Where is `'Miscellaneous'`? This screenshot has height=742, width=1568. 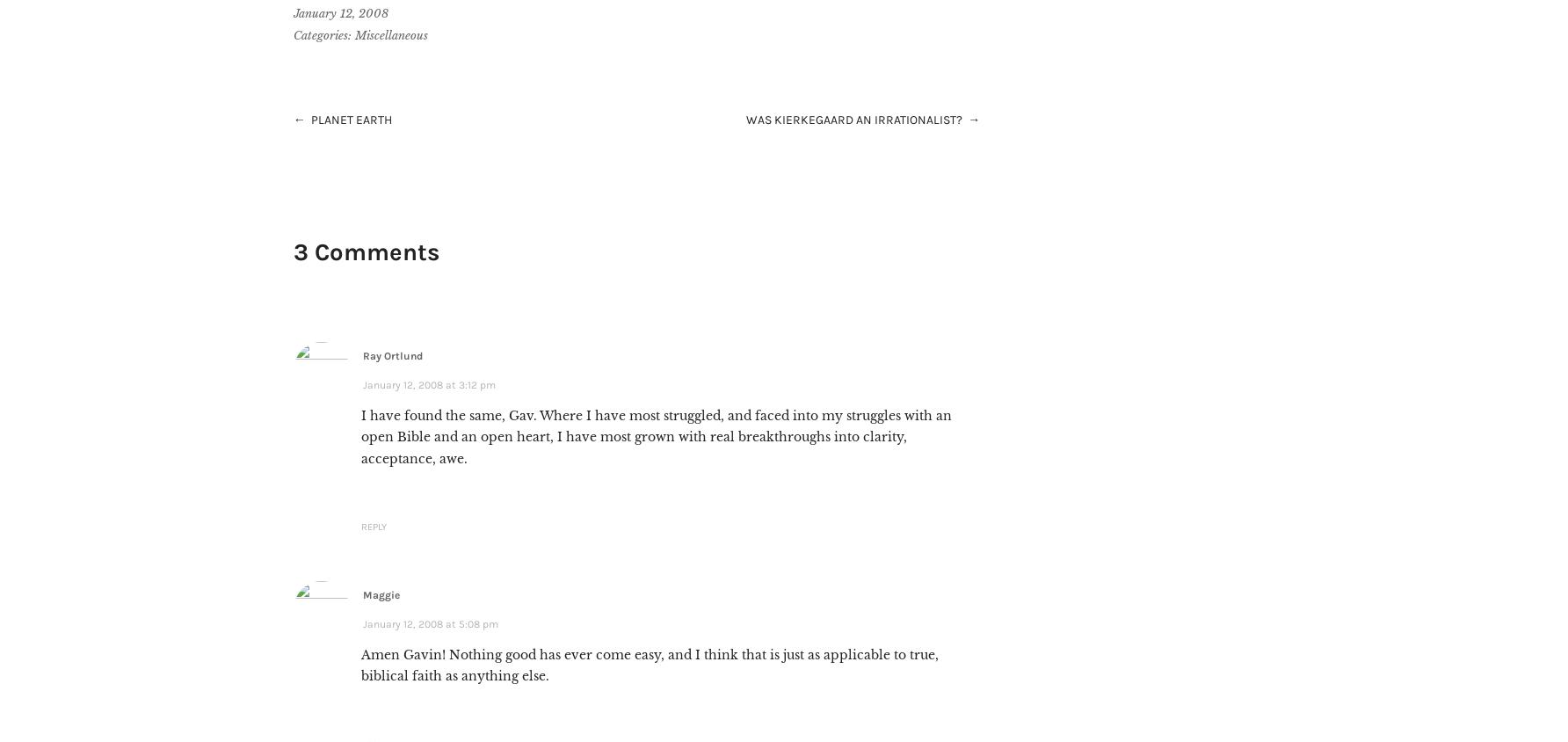 'Miscellaneous' is located at coordinates (389, 34).